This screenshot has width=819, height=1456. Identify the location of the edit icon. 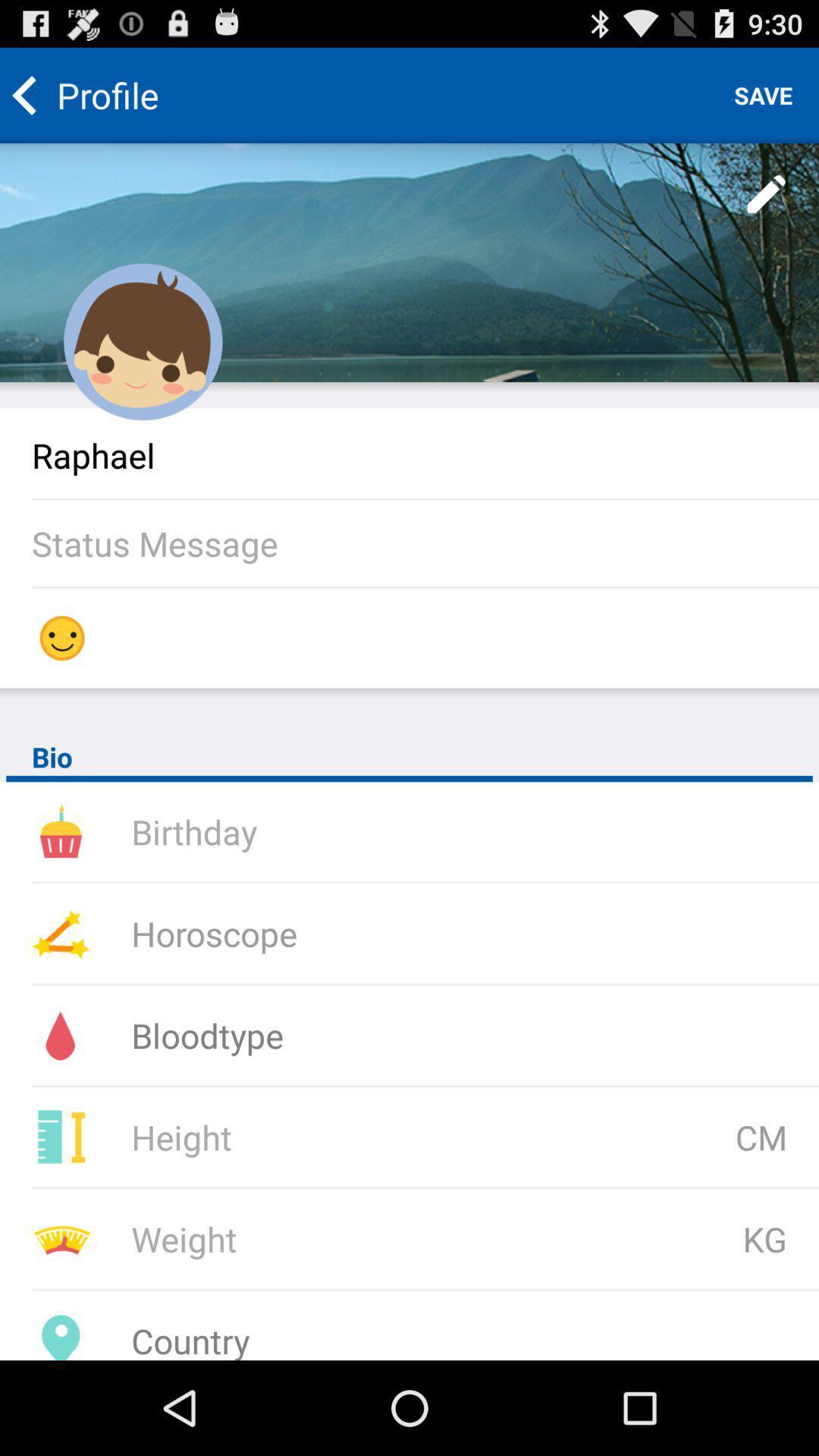
(767, 208).